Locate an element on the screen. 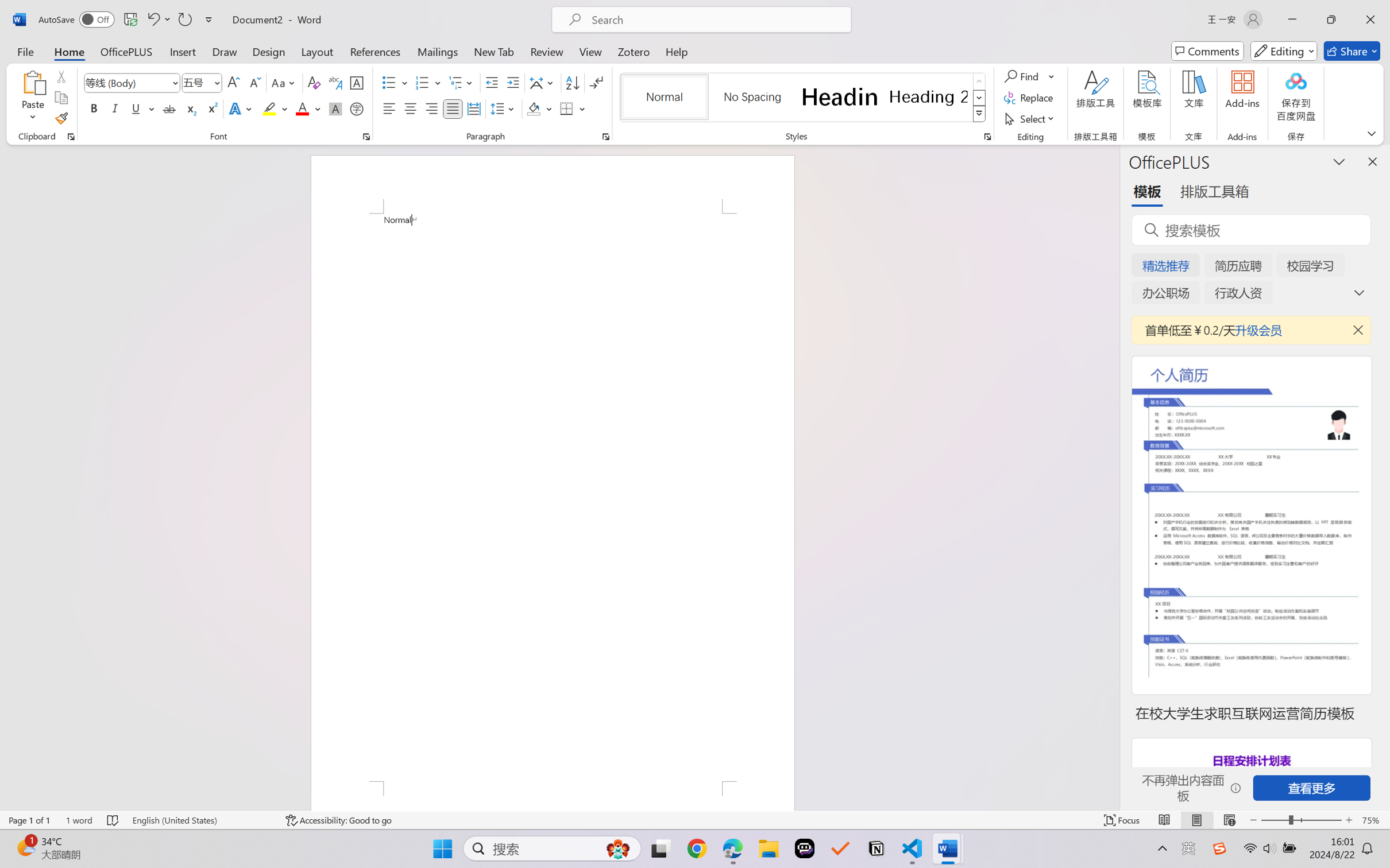  'Bullets' is located at coordinates (395, 83).